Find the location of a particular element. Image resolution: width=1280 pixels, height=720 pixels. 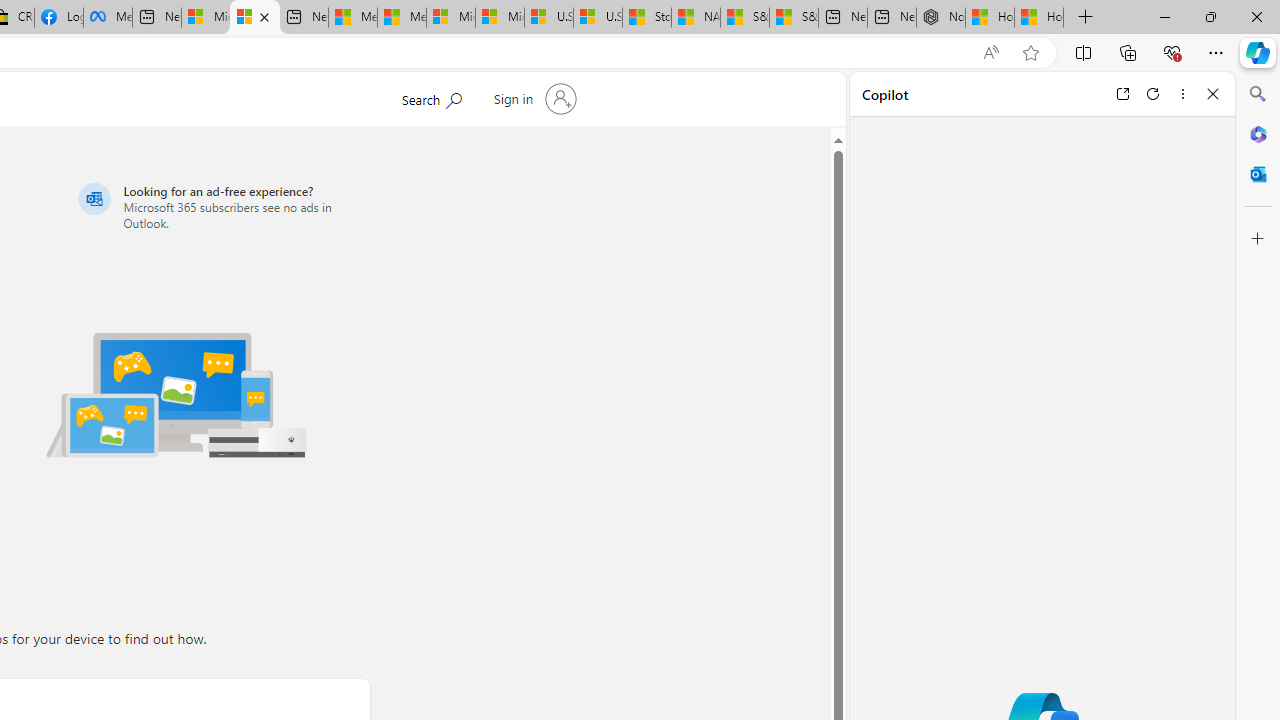

'Restore' is located at coordinates (1209, 16).